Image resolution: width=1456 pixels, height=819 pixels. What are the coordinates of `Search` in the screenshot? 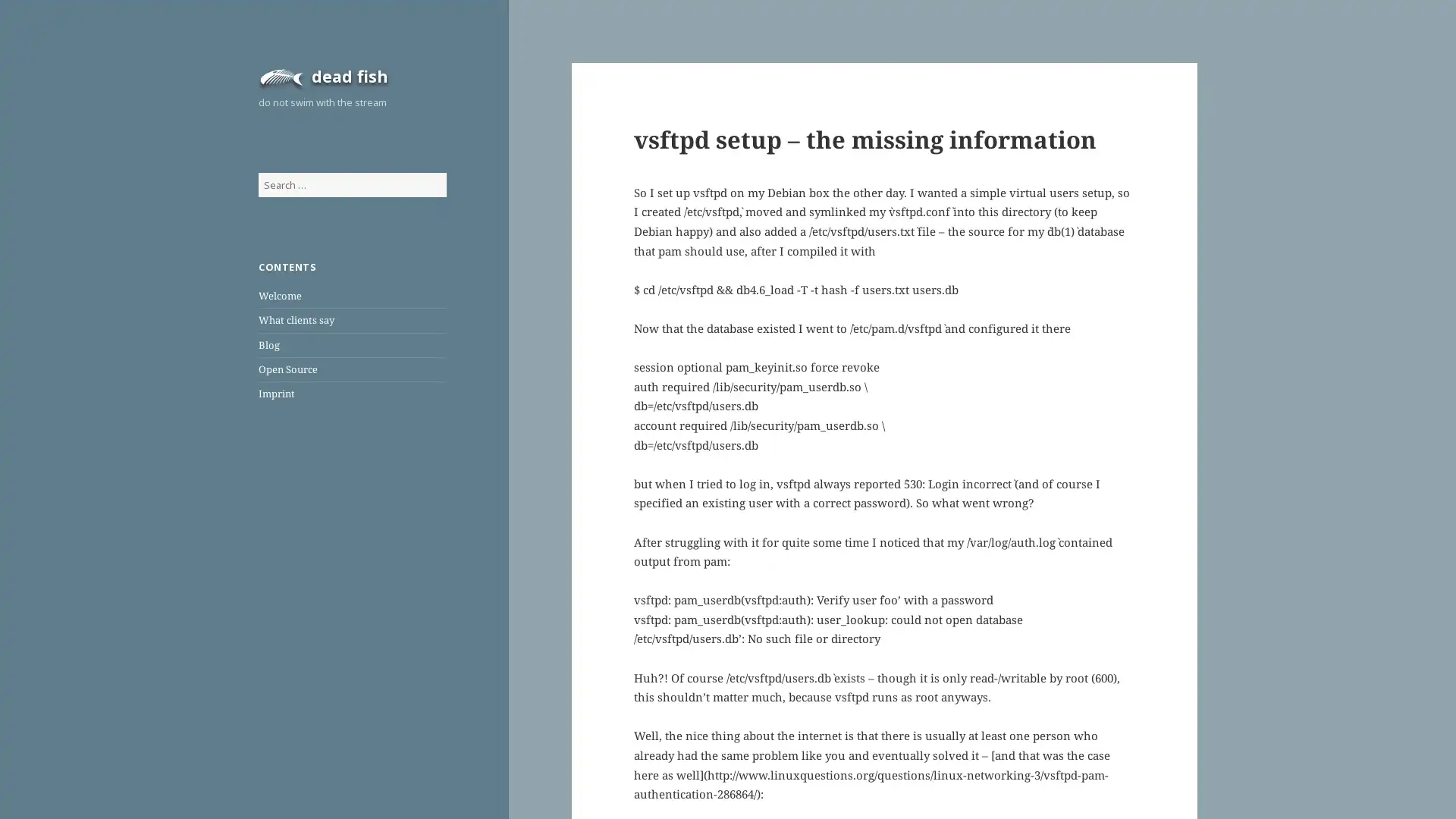 It's located at (445, 171).